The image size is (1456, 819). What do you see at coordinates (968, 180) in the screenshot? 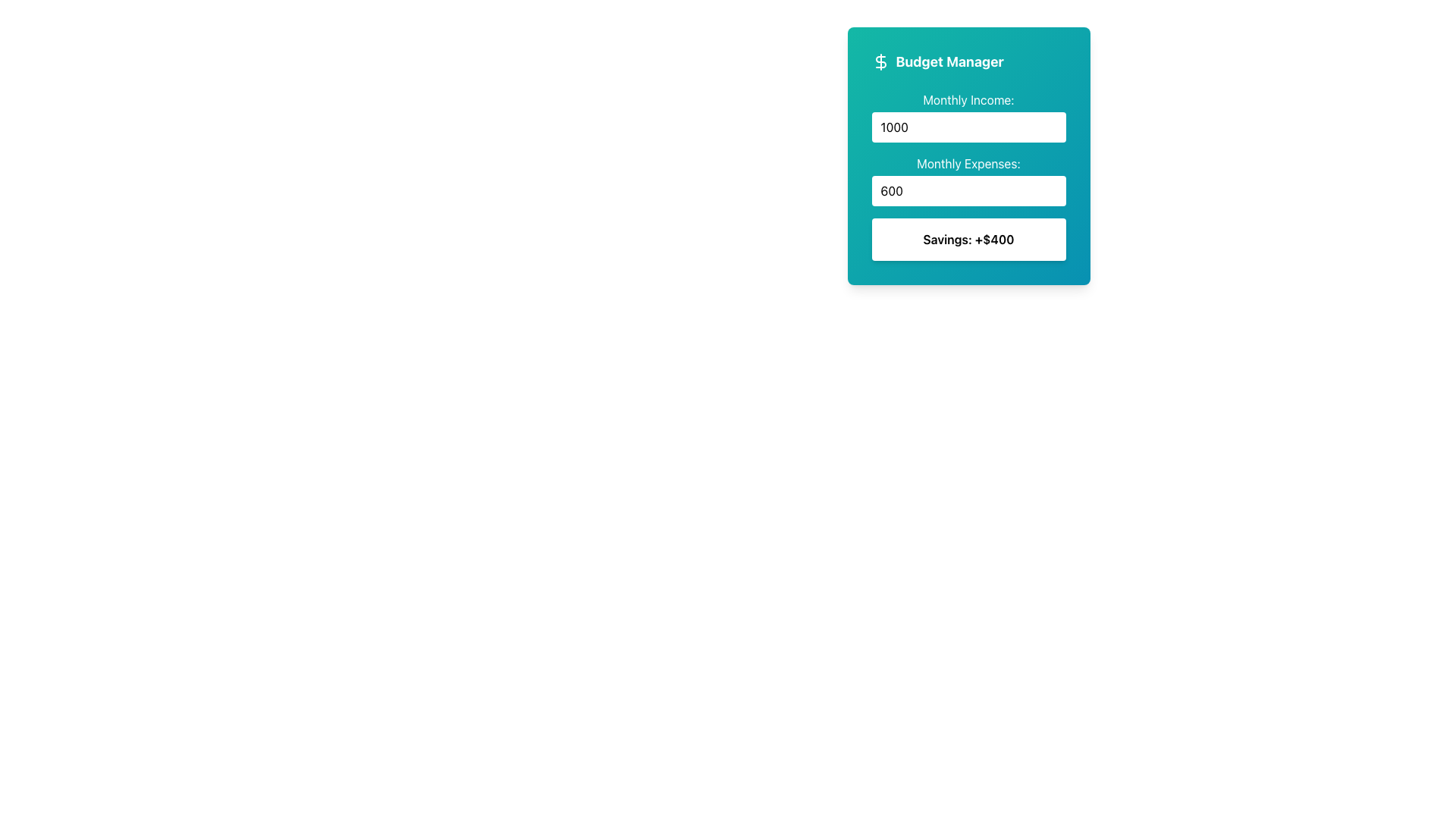
I see `the static Text label that indicates the input field for monthly expenses, located in the Budget Manager widget, which is below the Monthly Income label and above the Savings label` at bounding box center [968, 180].